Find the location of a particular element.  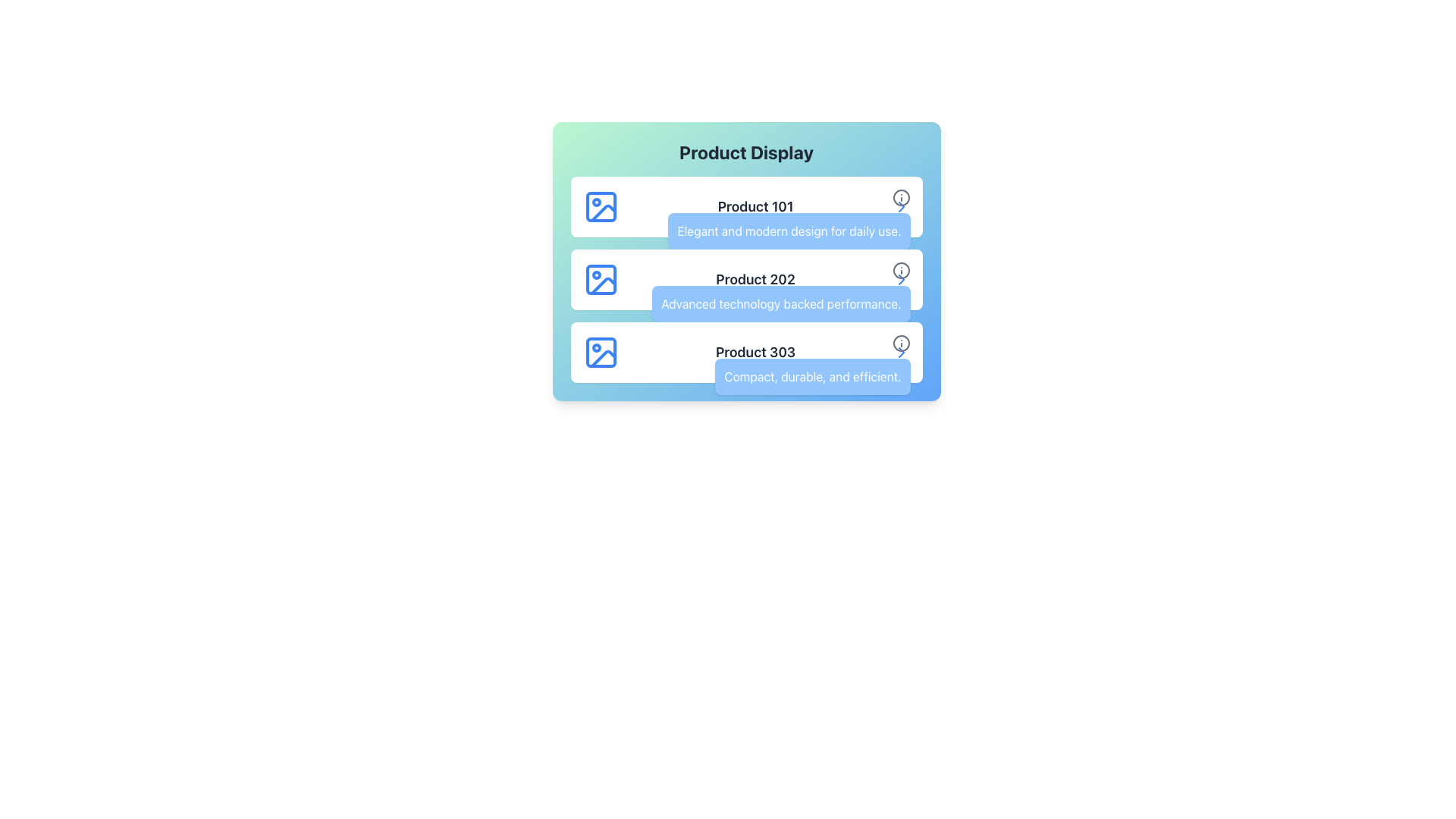

the circular boundary of the information icon located to the right of the 'Product 303' panel, which is the third icon in the sequence for the last product listed is located at coordinates (901, 343).